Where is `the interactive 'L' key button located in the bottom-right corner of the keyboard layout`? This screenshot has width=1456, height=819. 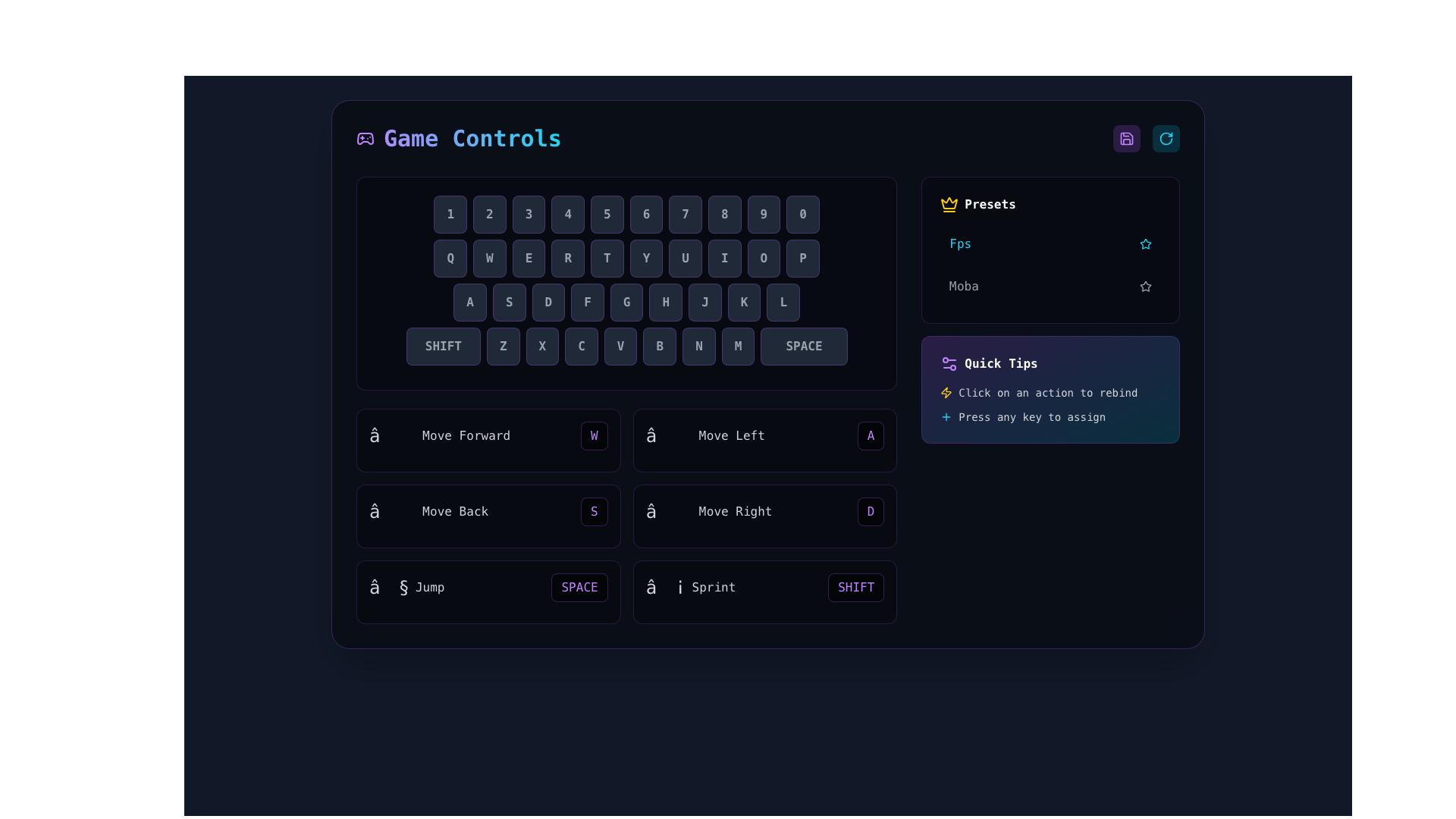 the interactive 'L' key button located in the bottom-right corner of the keyboard layout is located at coordinates (783, 302).